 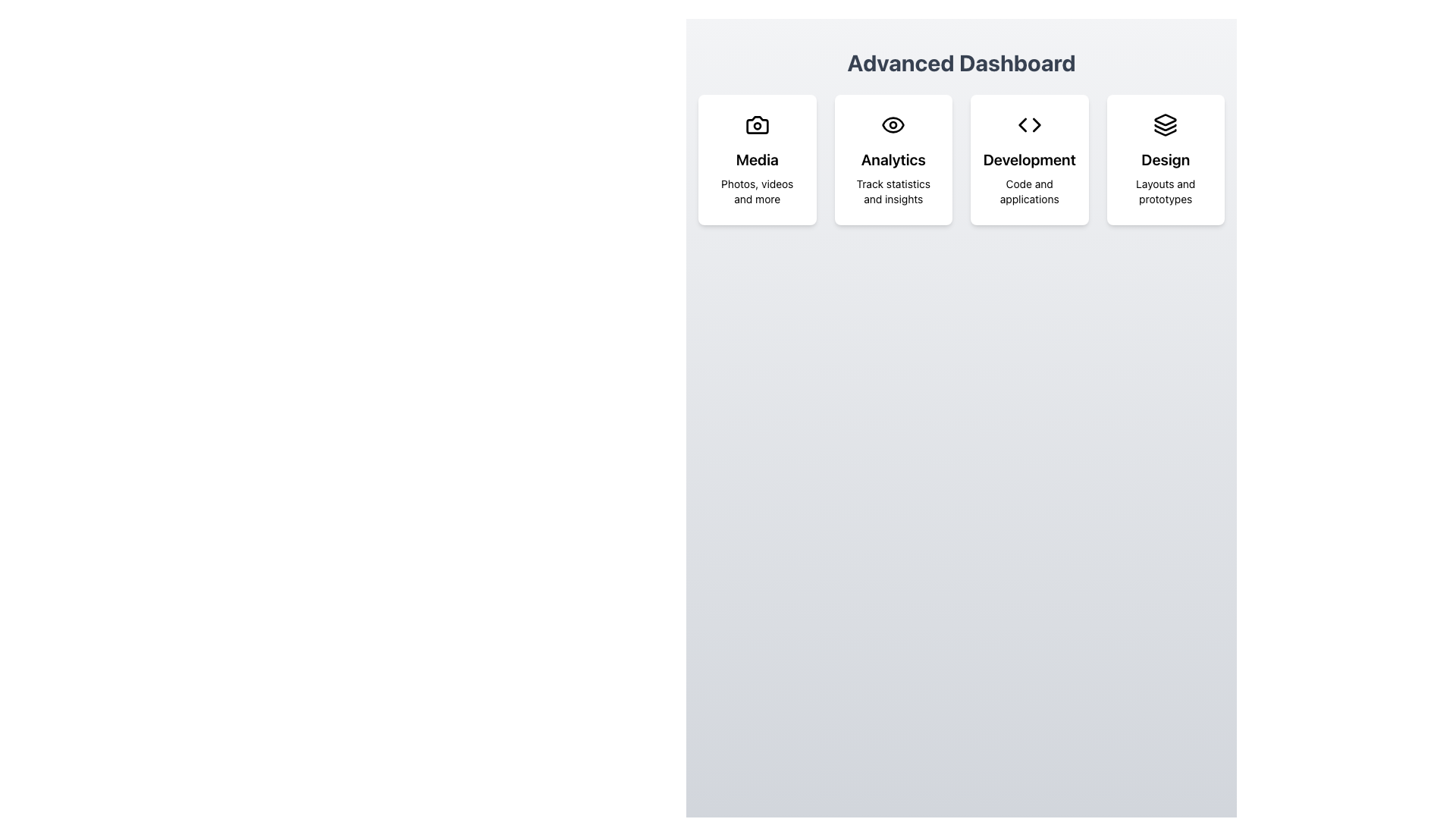 I want to click on the 'Analytics' card, which is the second card in a horizontal grid, to trigger a visual effect, so click(x=893, y=160).